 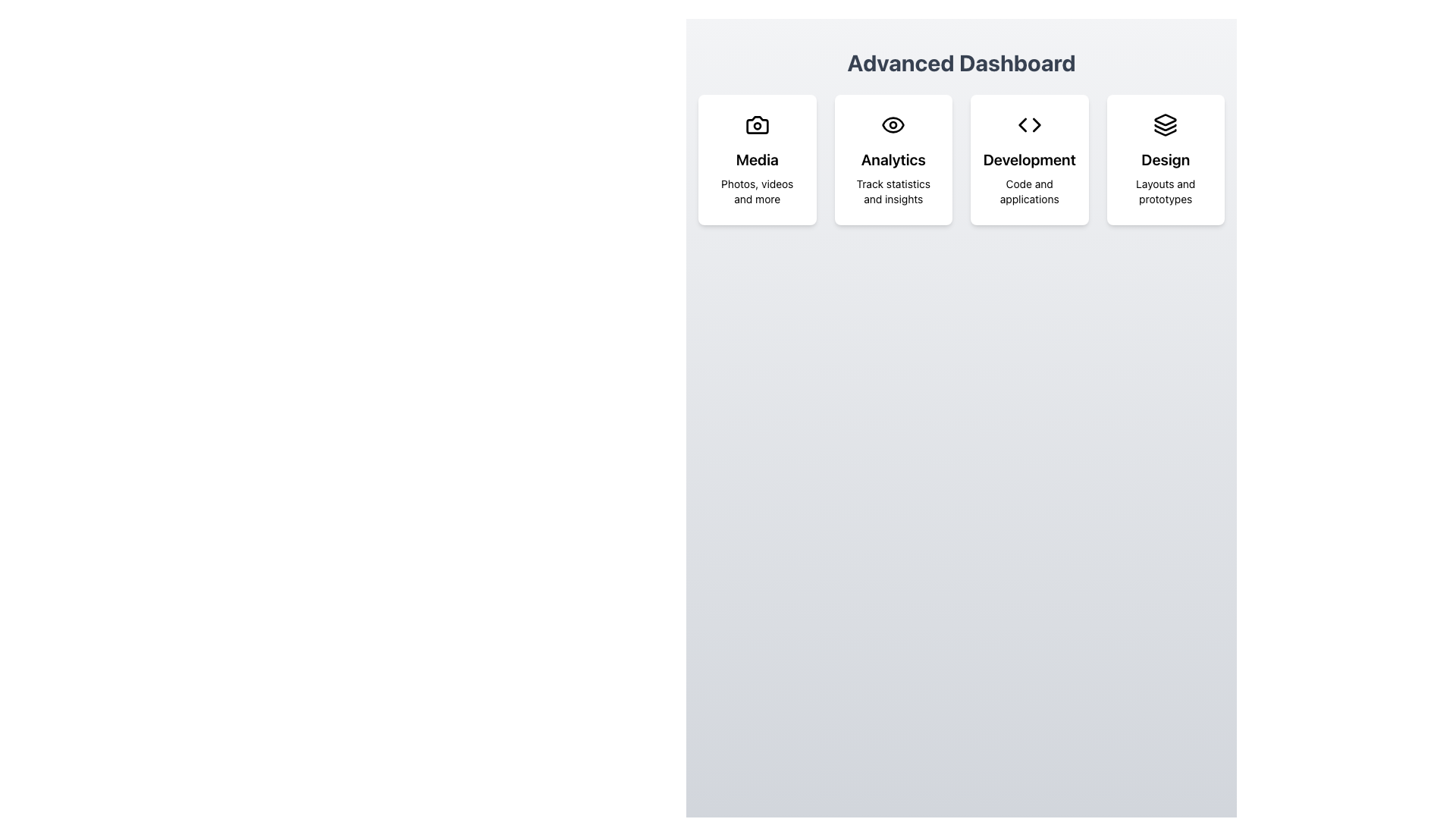 I want to click on the 'Analytics' card, which is the second card in a horizontal grid, to trigger a visual effect, so click(x=893, y=160).